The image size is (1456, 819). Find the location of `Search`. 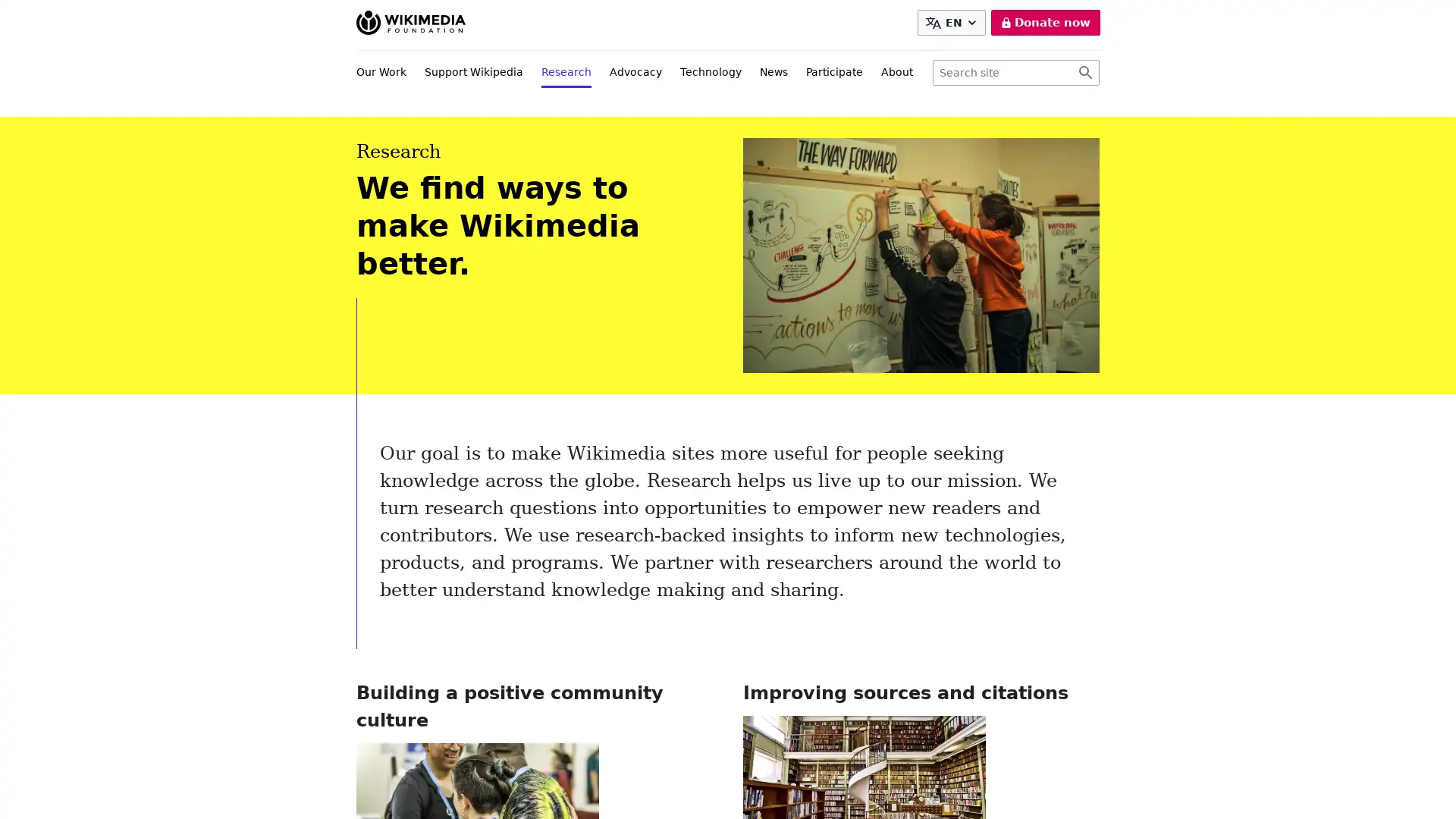

Search is located at coordinates (1084, 73).